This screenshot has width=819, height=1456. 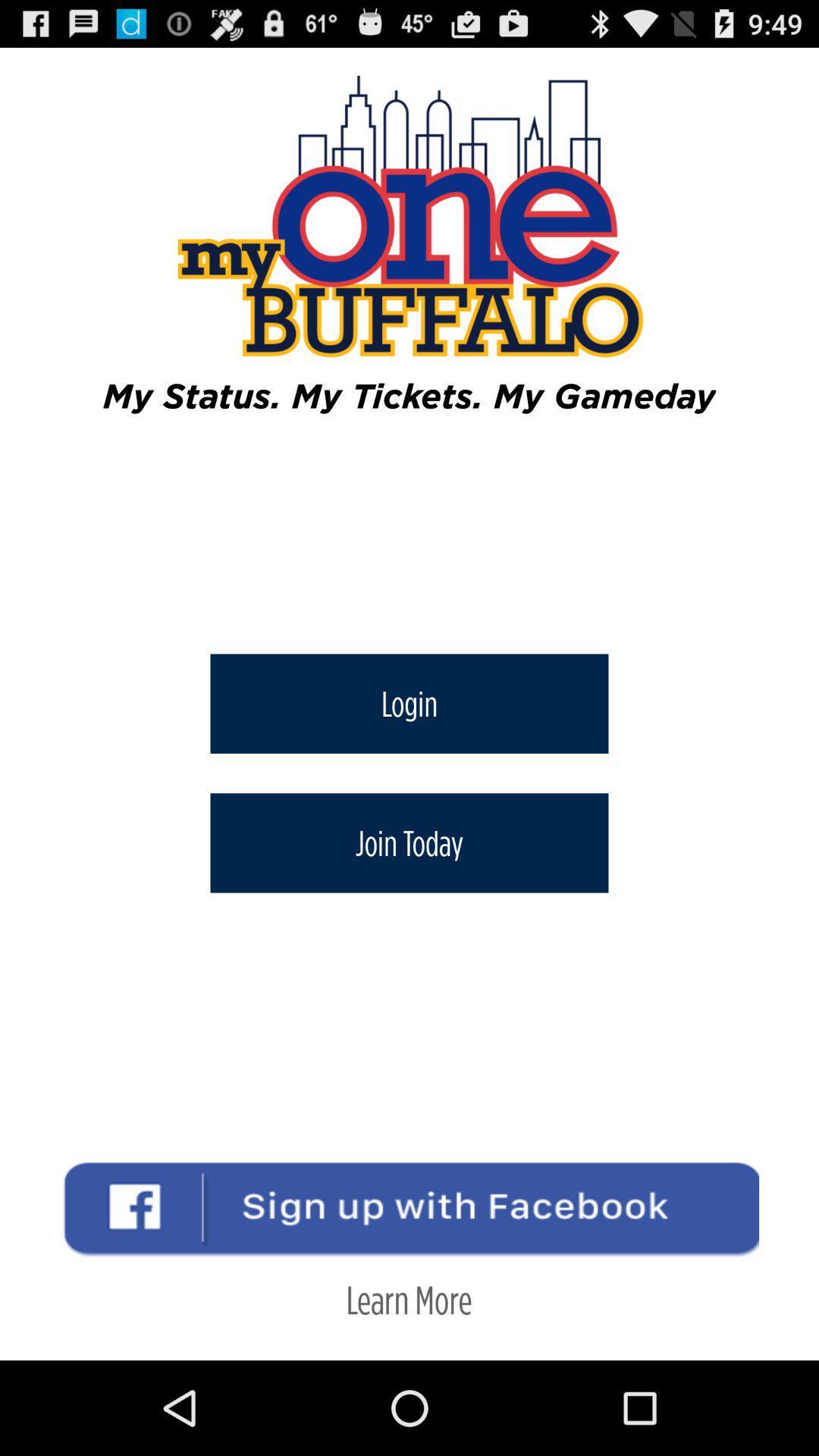 What do you see at coordinates (409, 703) in the screenshot?
I see `item below my status my` at bounding box center [409, 703].